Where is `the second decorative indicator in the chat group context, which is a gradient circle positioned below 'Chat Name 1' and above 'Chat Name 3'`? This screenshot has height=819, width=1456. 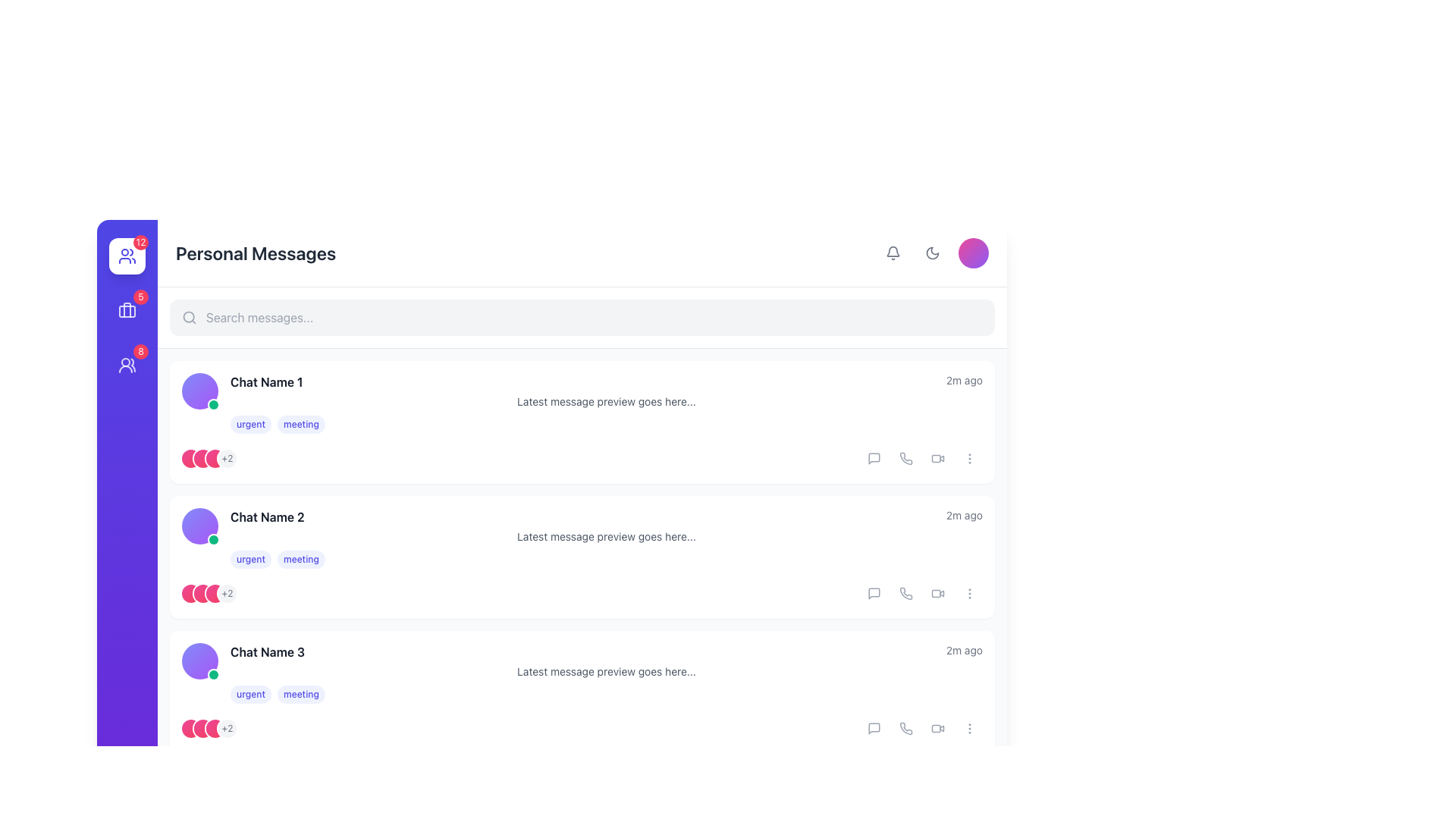
the second decorative indicator in the chat group context, which is a gradient circle positioned below 'Chat Name 1' and above 'Chat Name 3' is located at coordinates (202, 593).